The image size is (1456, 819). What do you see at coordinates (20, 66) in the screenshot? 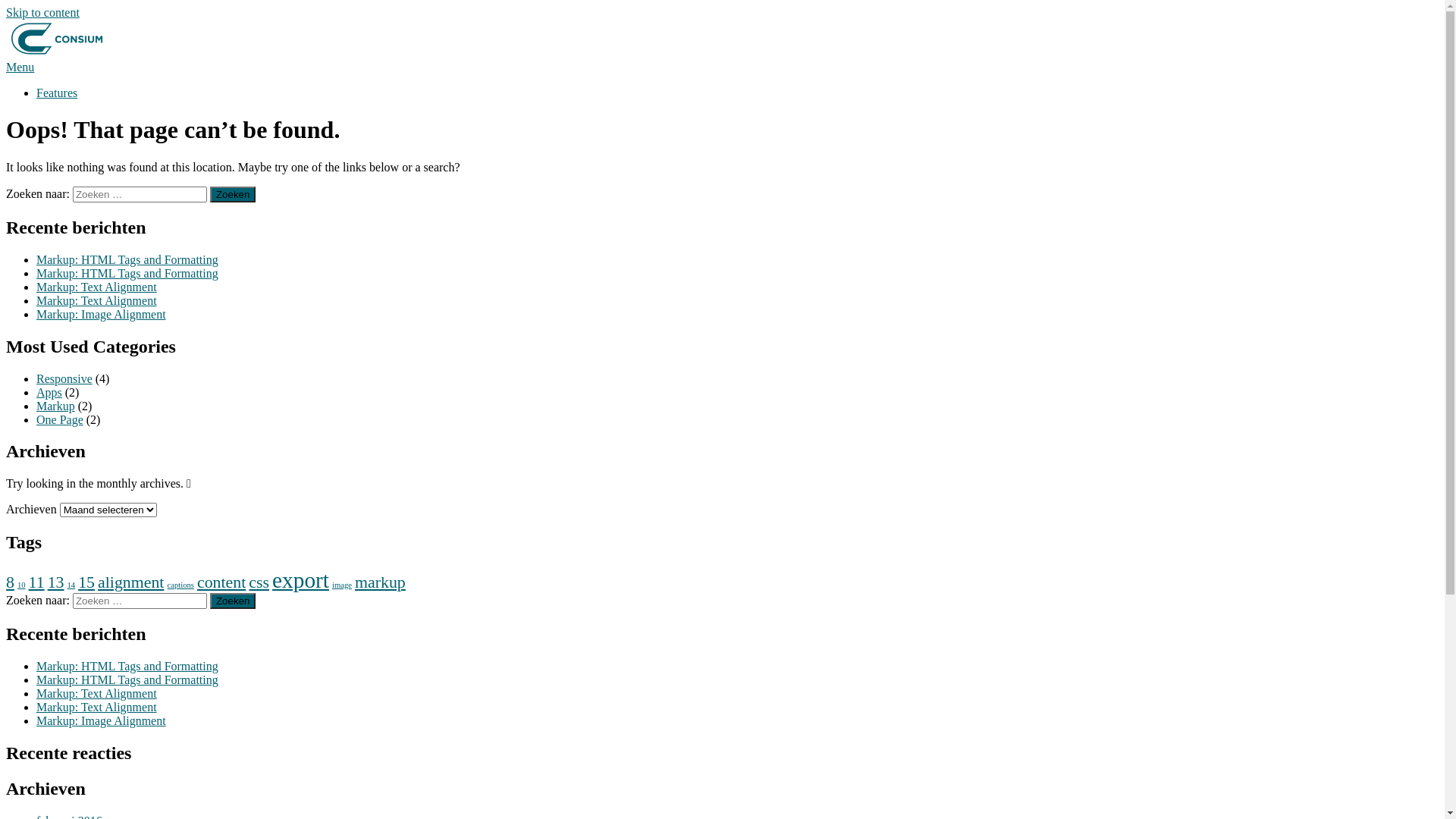
I see `'Menu'` at bounding box center [20, 66].